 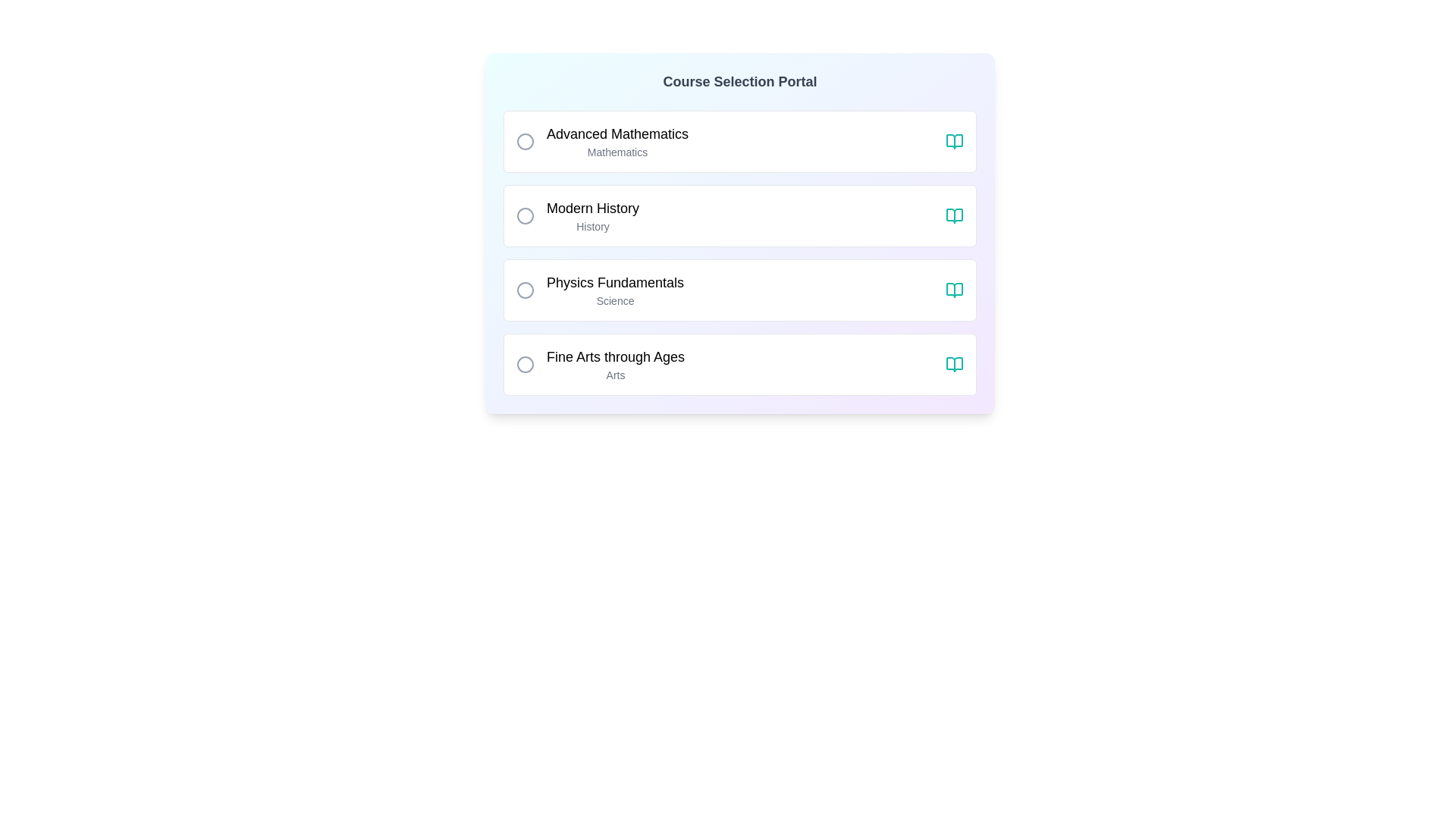 What do you see at coordinates (615, 365) in the screenshot?
I see `on the 'Fine Arts through Ages' text label, which is the fourth selectable item in the 'Course Selection Portal' list` at bounding box center [615, 365].